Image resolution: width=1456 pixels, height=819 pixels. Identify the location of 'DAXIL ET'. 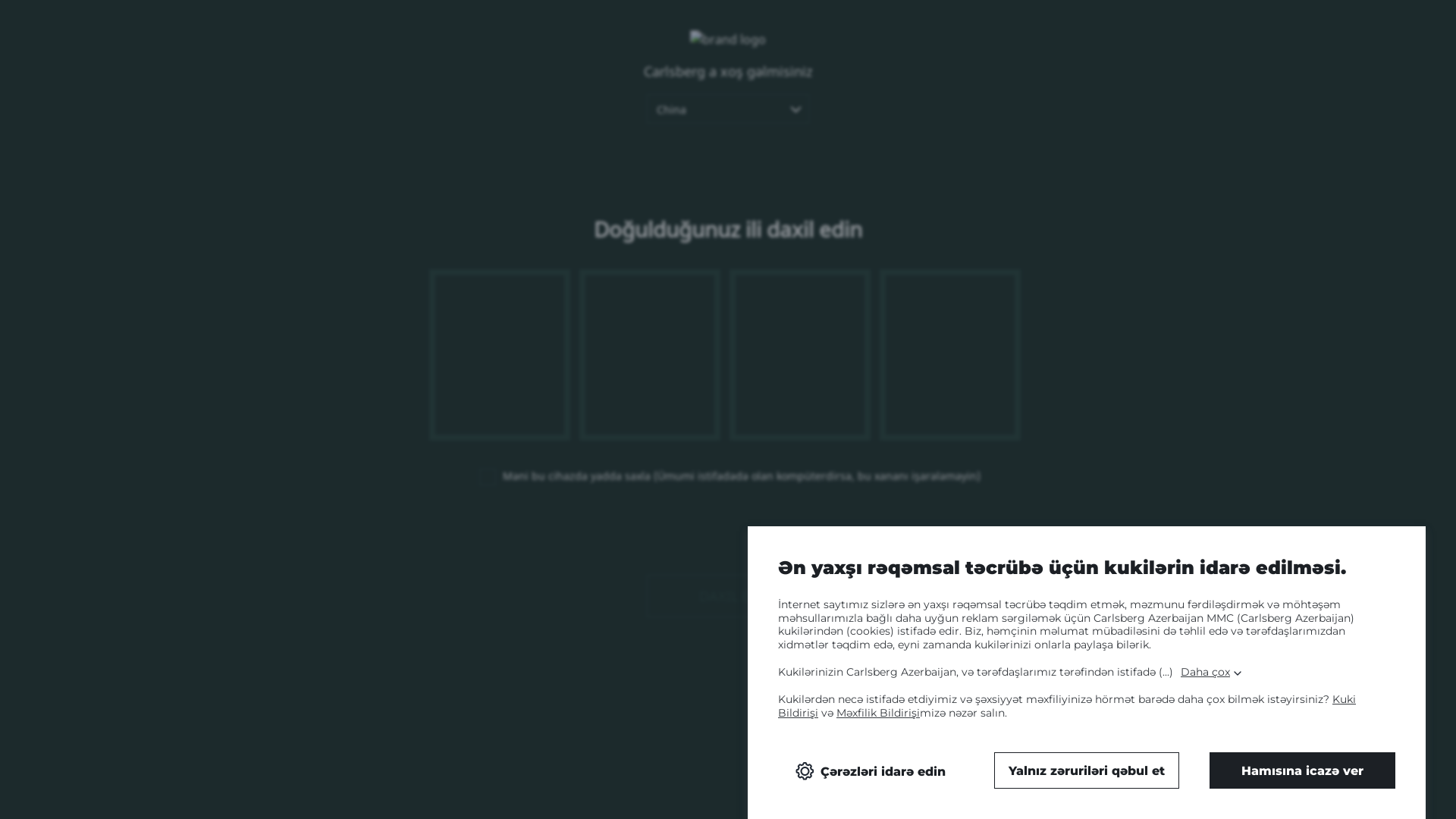
(728, 595).